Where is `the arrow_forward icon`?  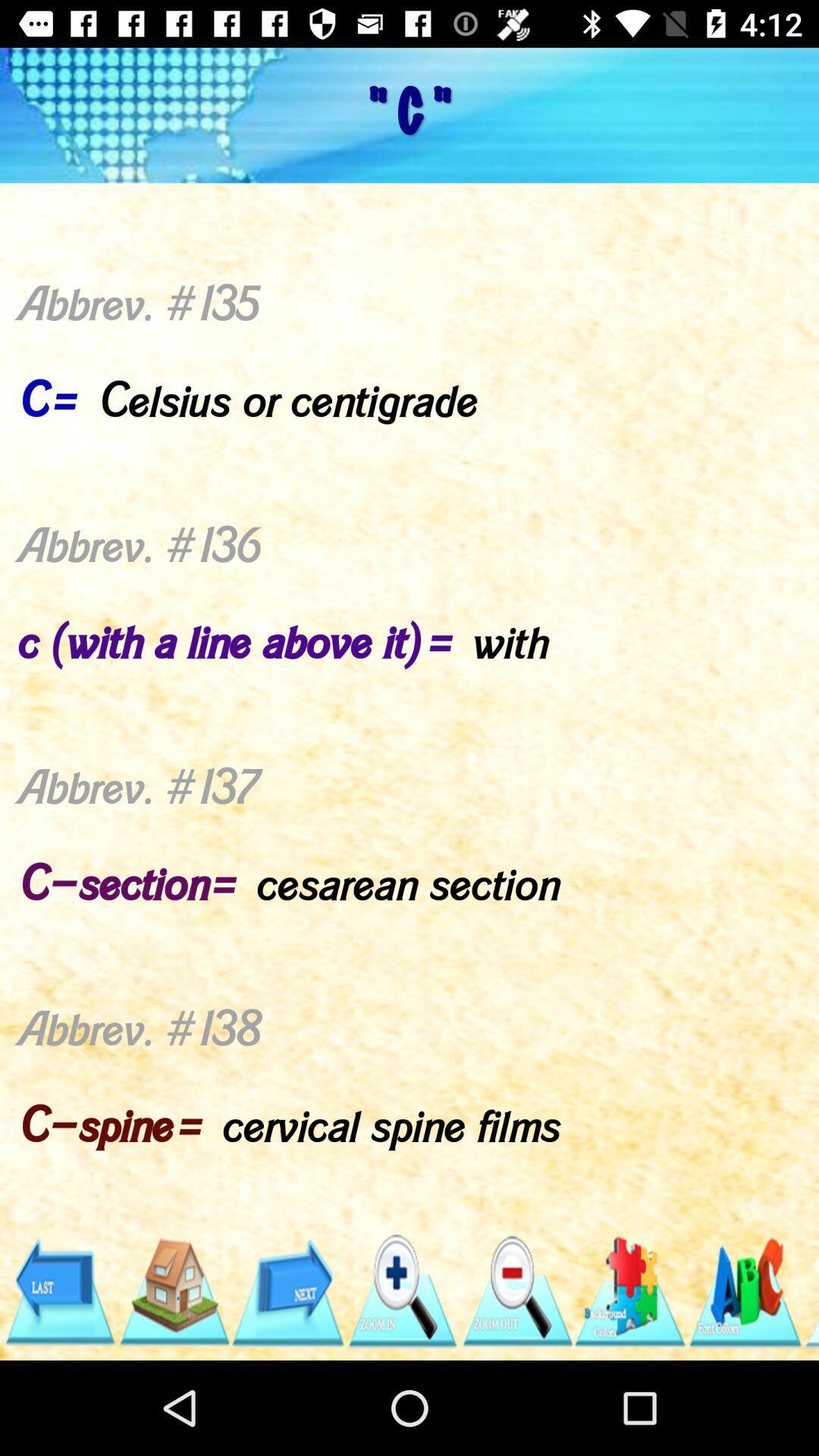
the arrow_forward icon is located at coordinates (287, 1291).